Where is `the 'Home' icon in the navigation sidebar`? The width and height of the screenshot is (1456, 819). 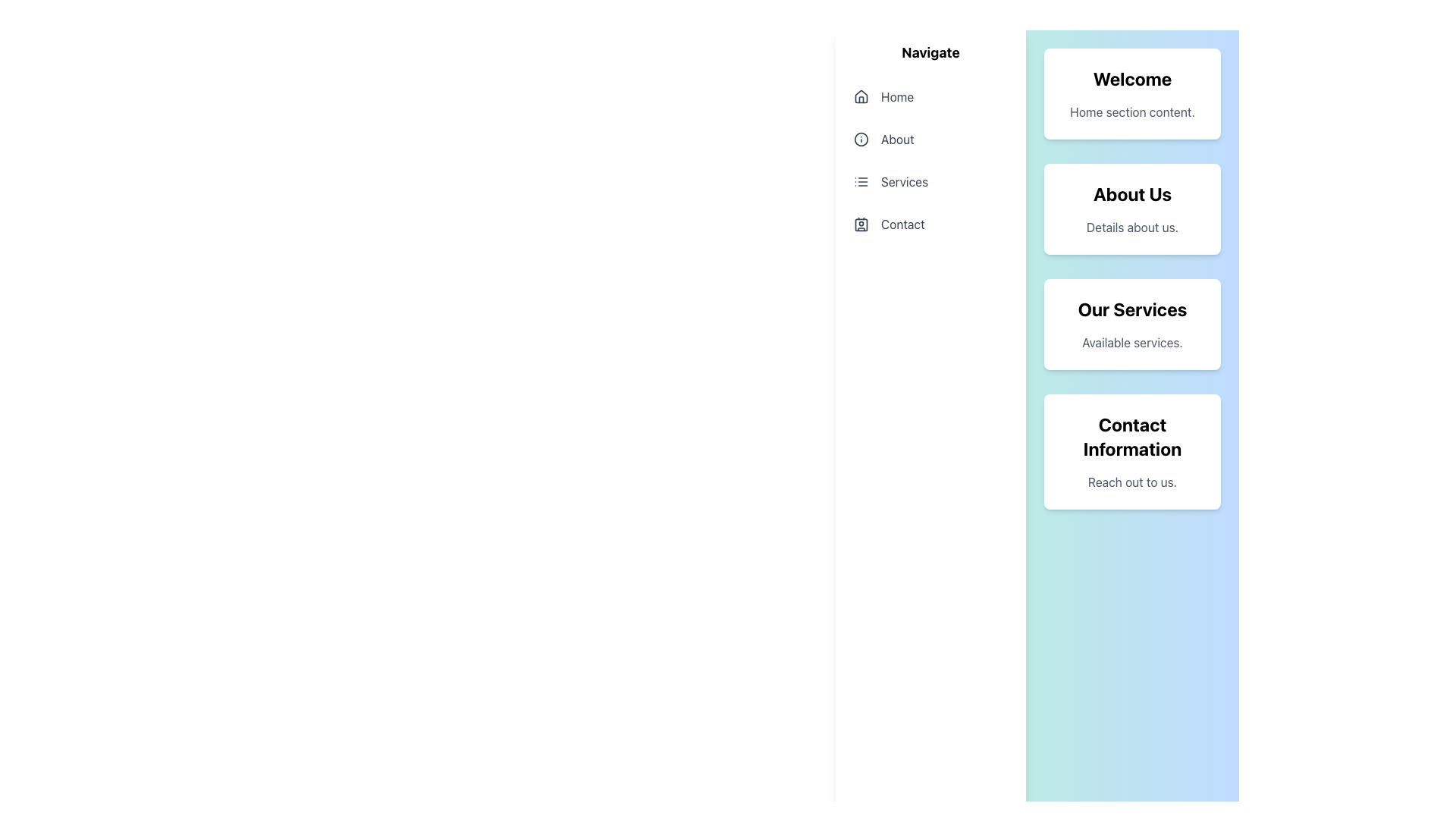 the 'Home' icon in the navigation sidebar is located at coordinates (861, 96).